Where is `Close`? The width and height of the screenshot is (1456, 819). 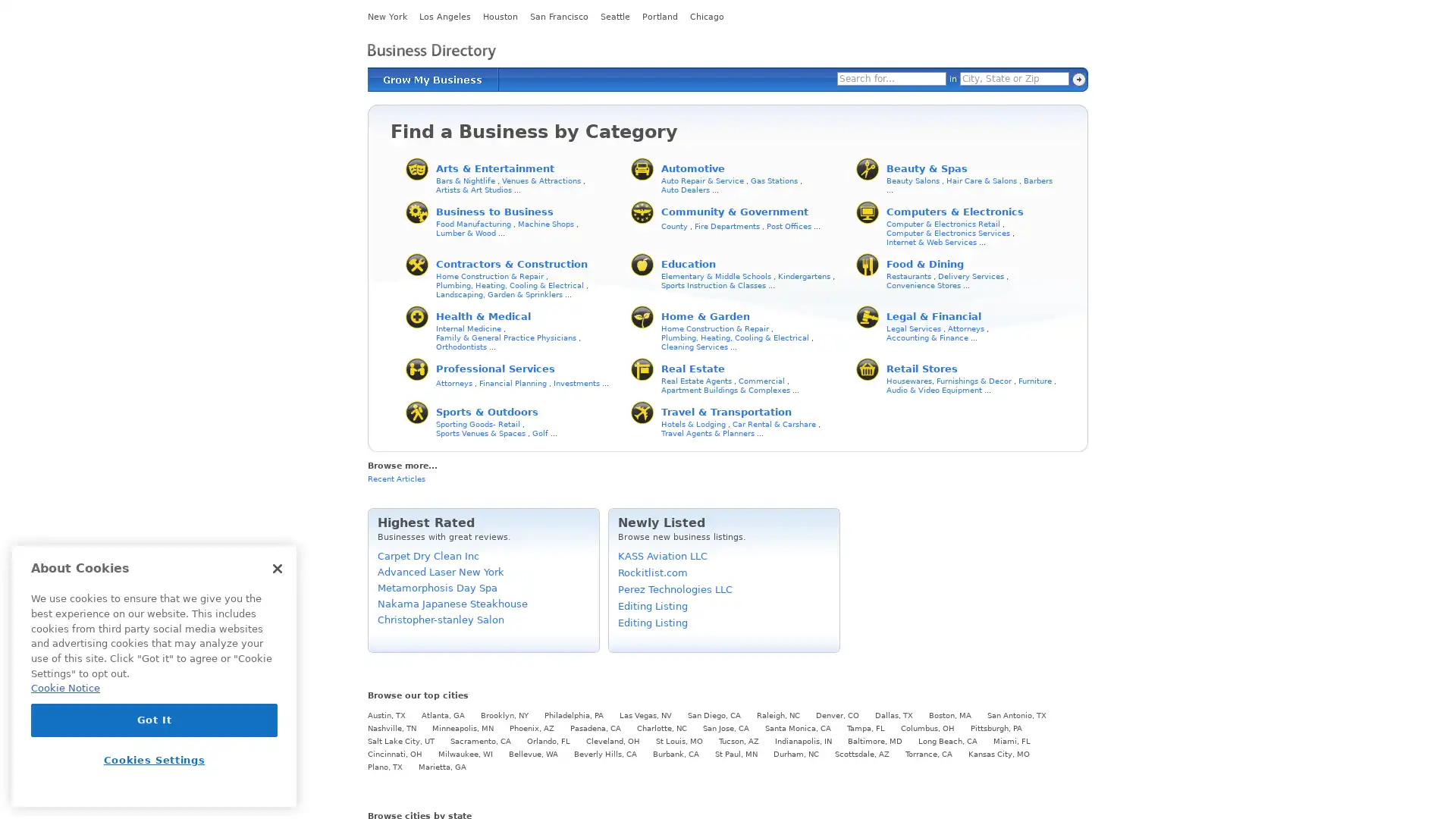 Close is located at coordinates (277, 568).